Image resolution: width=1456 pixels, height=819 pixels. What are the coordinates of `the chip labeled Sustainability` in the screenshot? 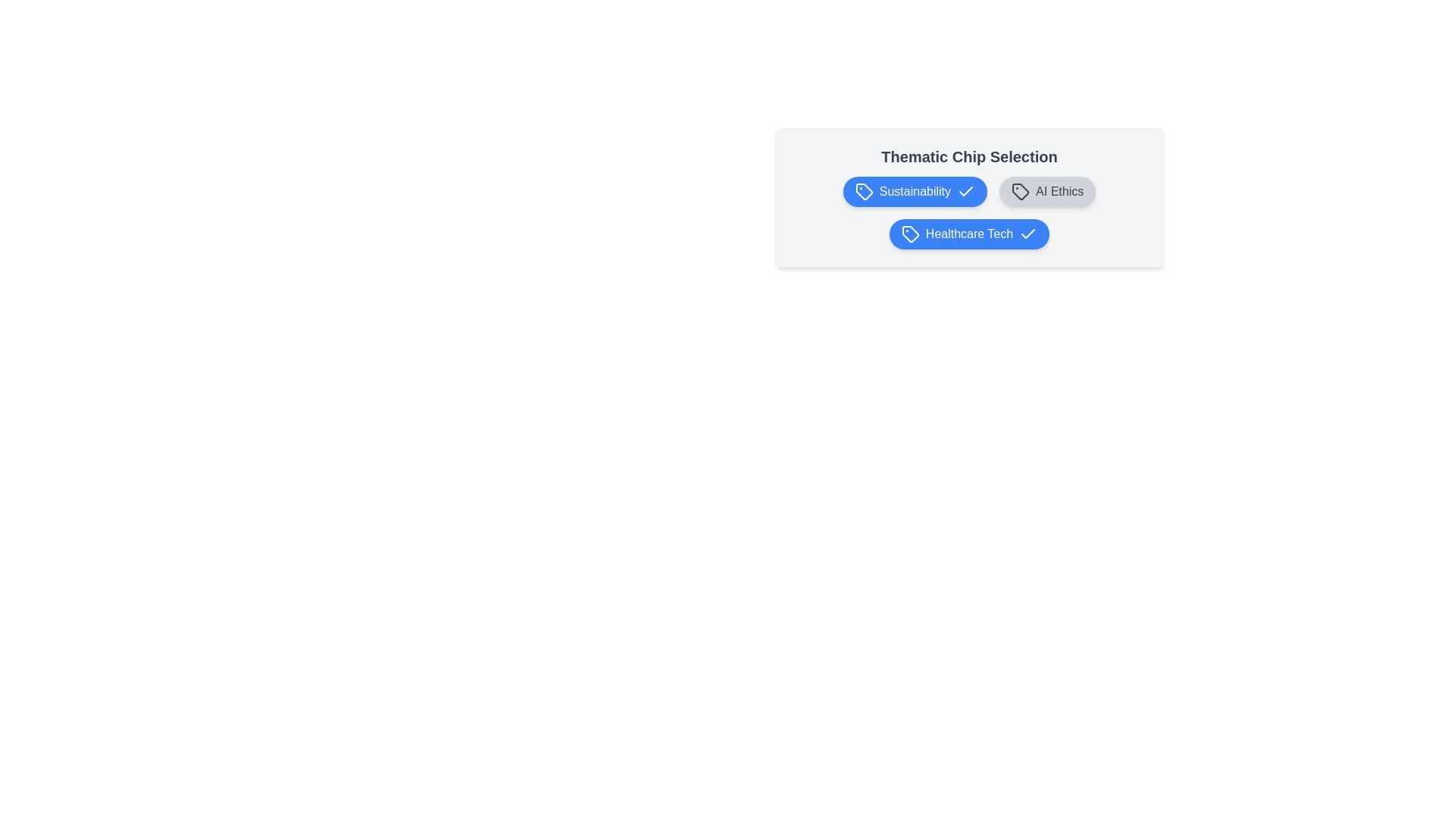 It's located at (914, 191).